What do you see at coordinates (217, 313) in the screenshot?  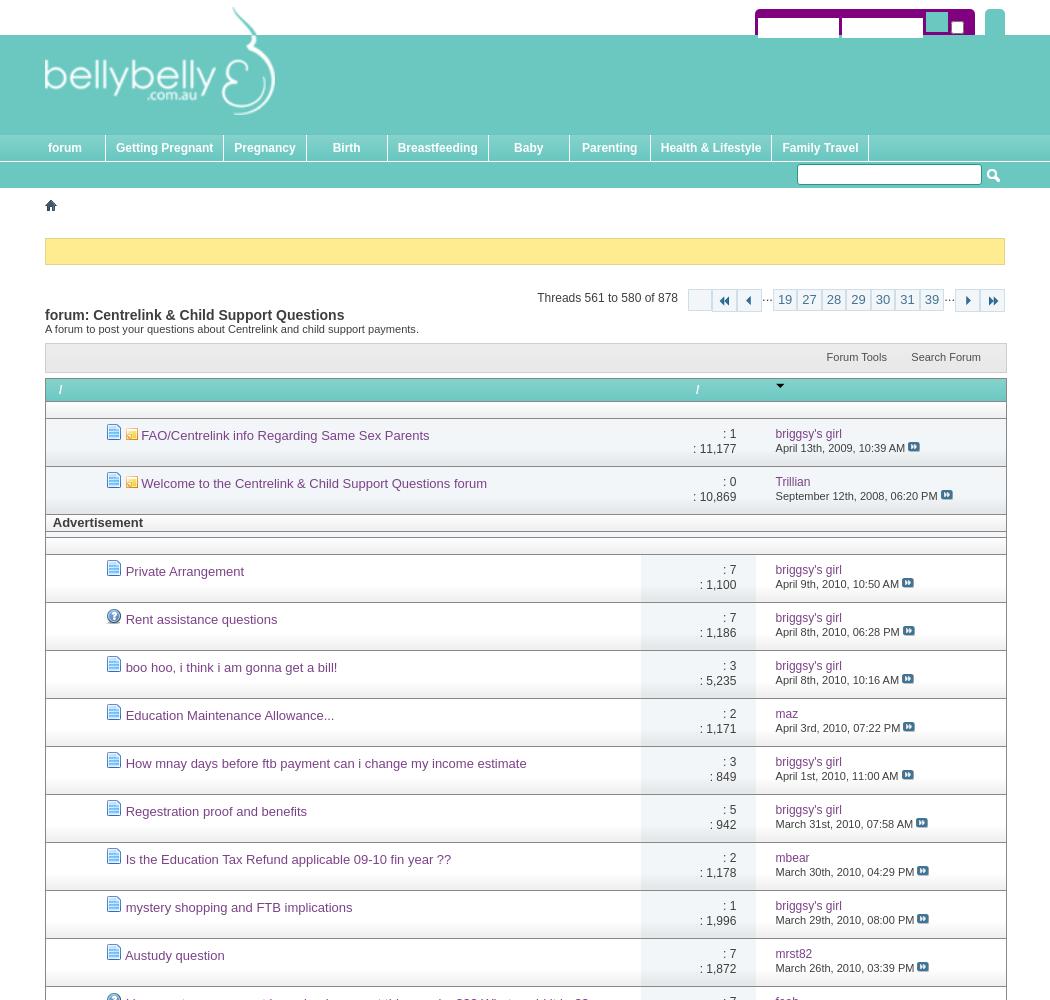 I see `'Centrelink & Child Support Questions'` at bounding box center [217, 313].